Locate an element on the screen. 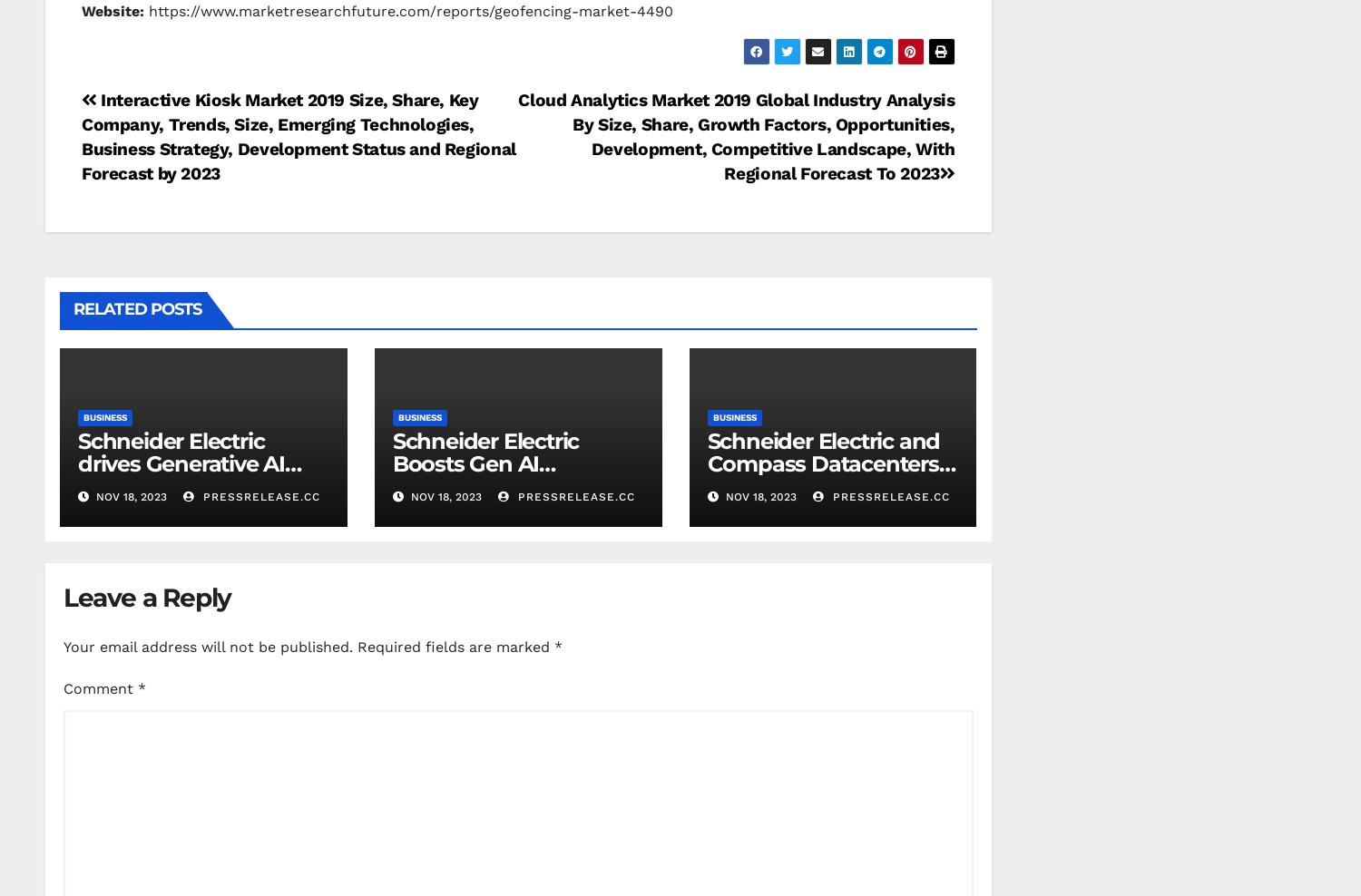  'Related Posts' is located at coordinates (137, 307).